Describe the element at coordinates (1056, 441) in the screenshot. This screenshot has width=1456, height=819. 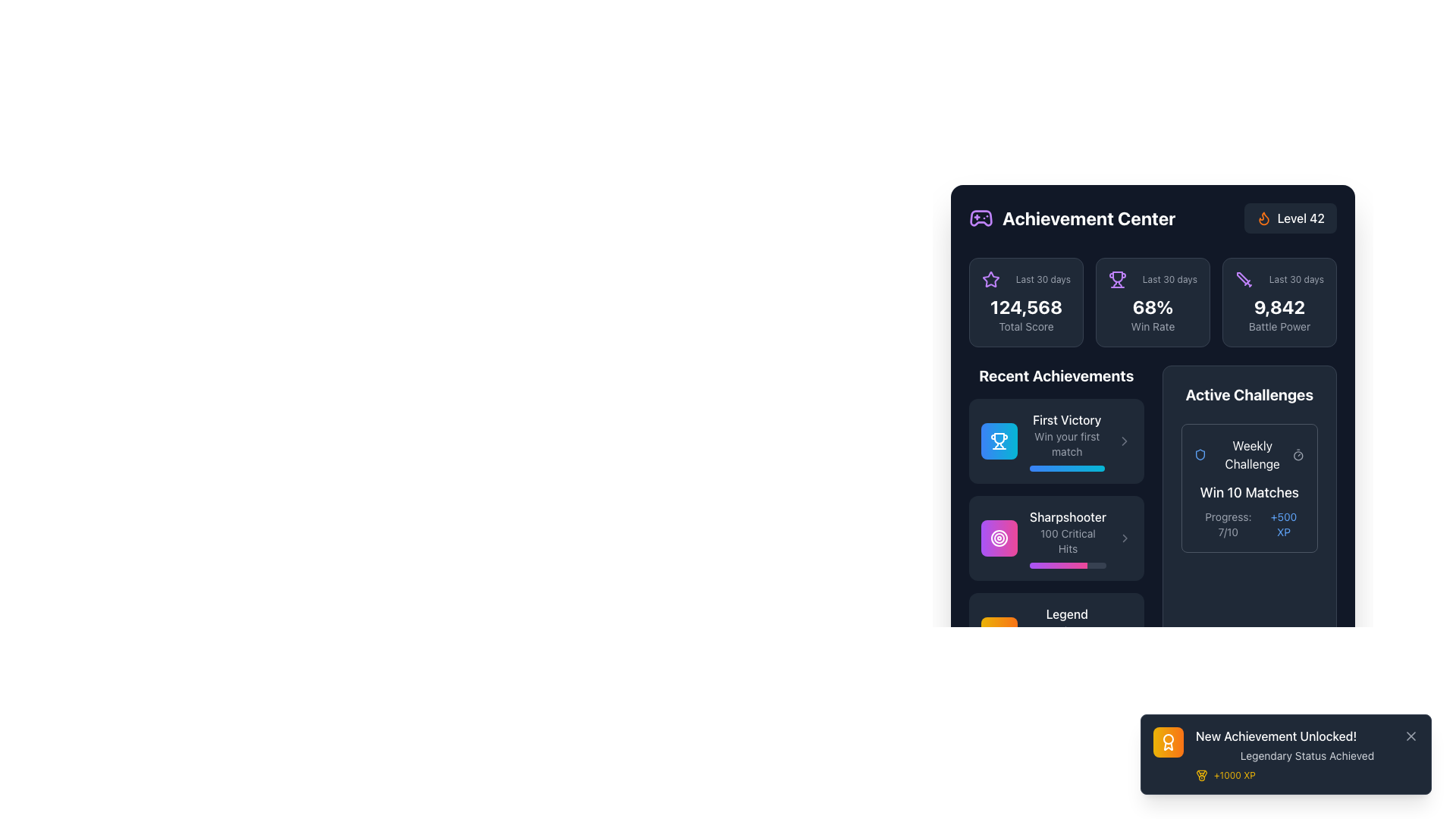
I see `the first listed achievement in the 'Recent Achievements' section, which displays its name and description` at that location.